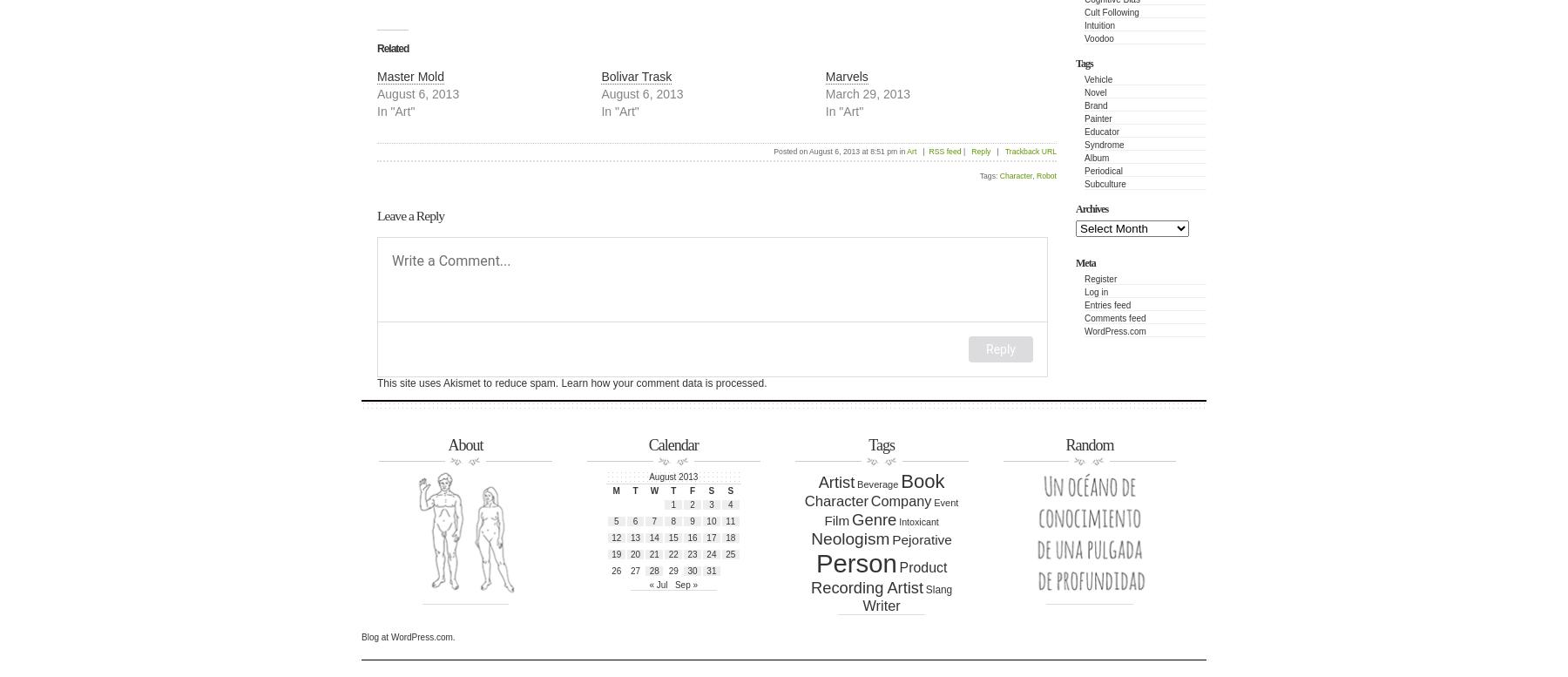  Describe the element at coordinates (615, 520) in the screenshot. I see `'5'` at that location.